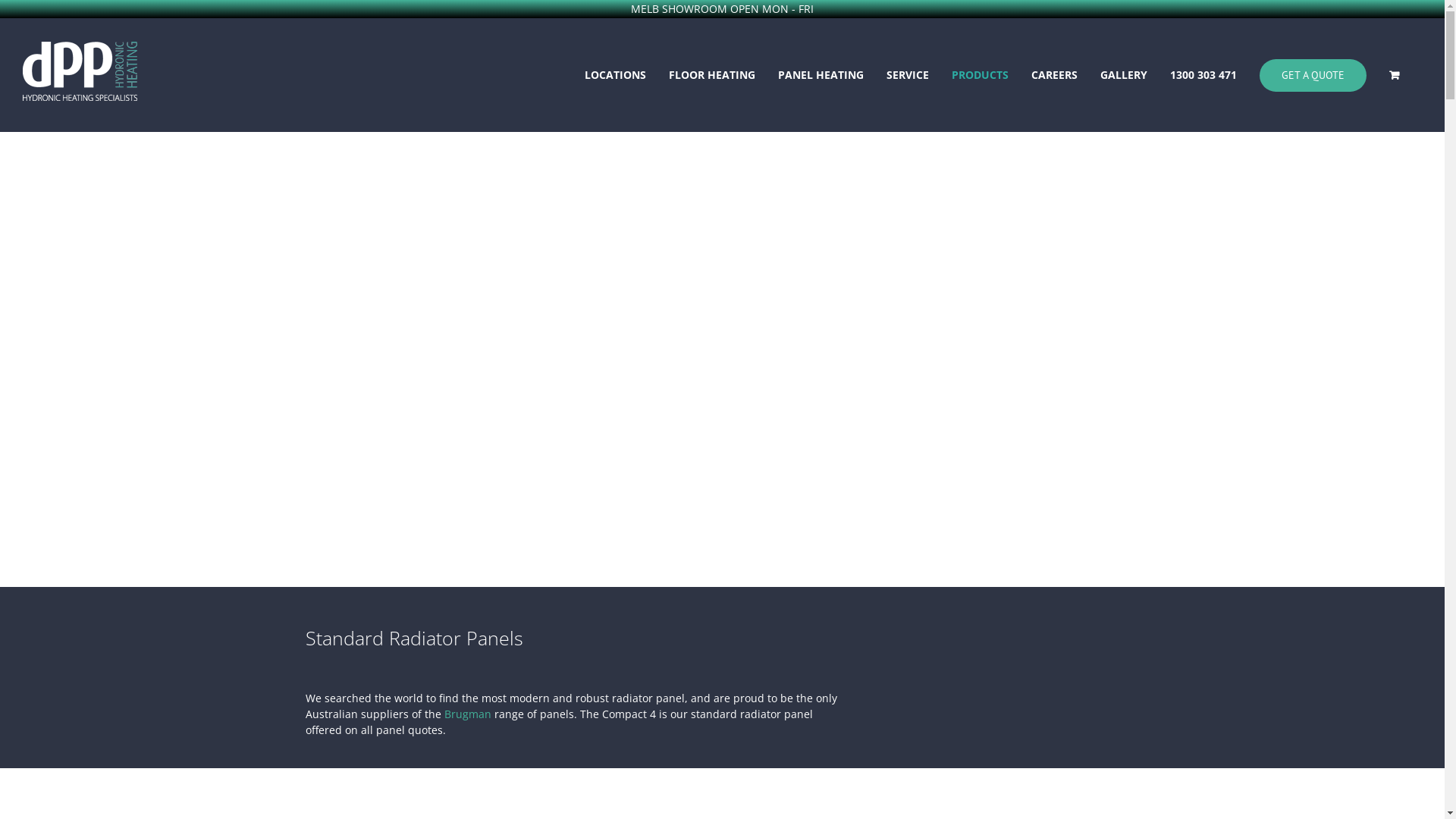  I want to click on 'PANEL HEATING', so click(820, 75).